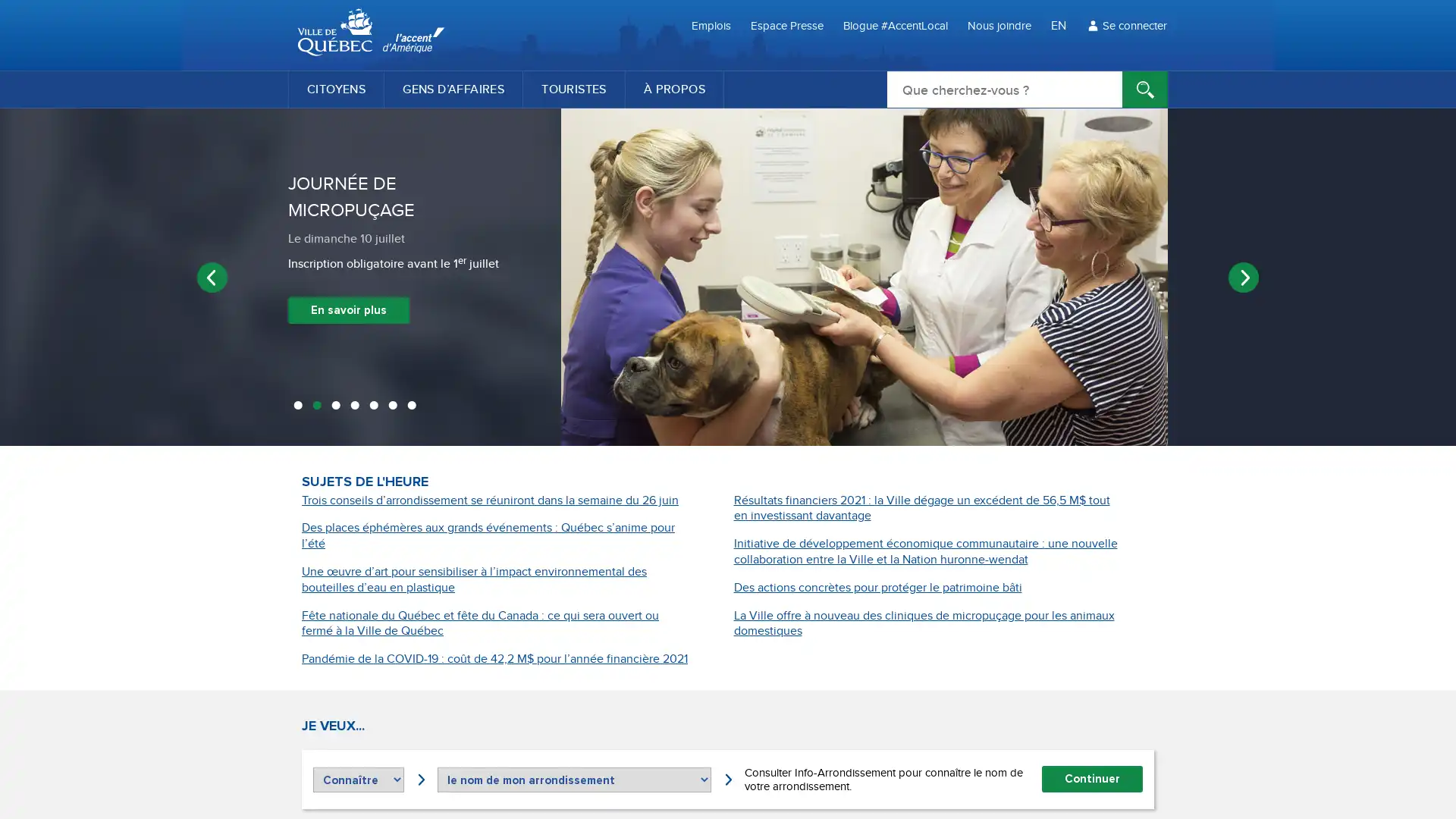 Image resolution: width=1456 pixels, height=819 pixels. What do you see at coordinates (211, 277) in the screenshot?
I see `Diapositive precedente` at bounding box center [211, 277].